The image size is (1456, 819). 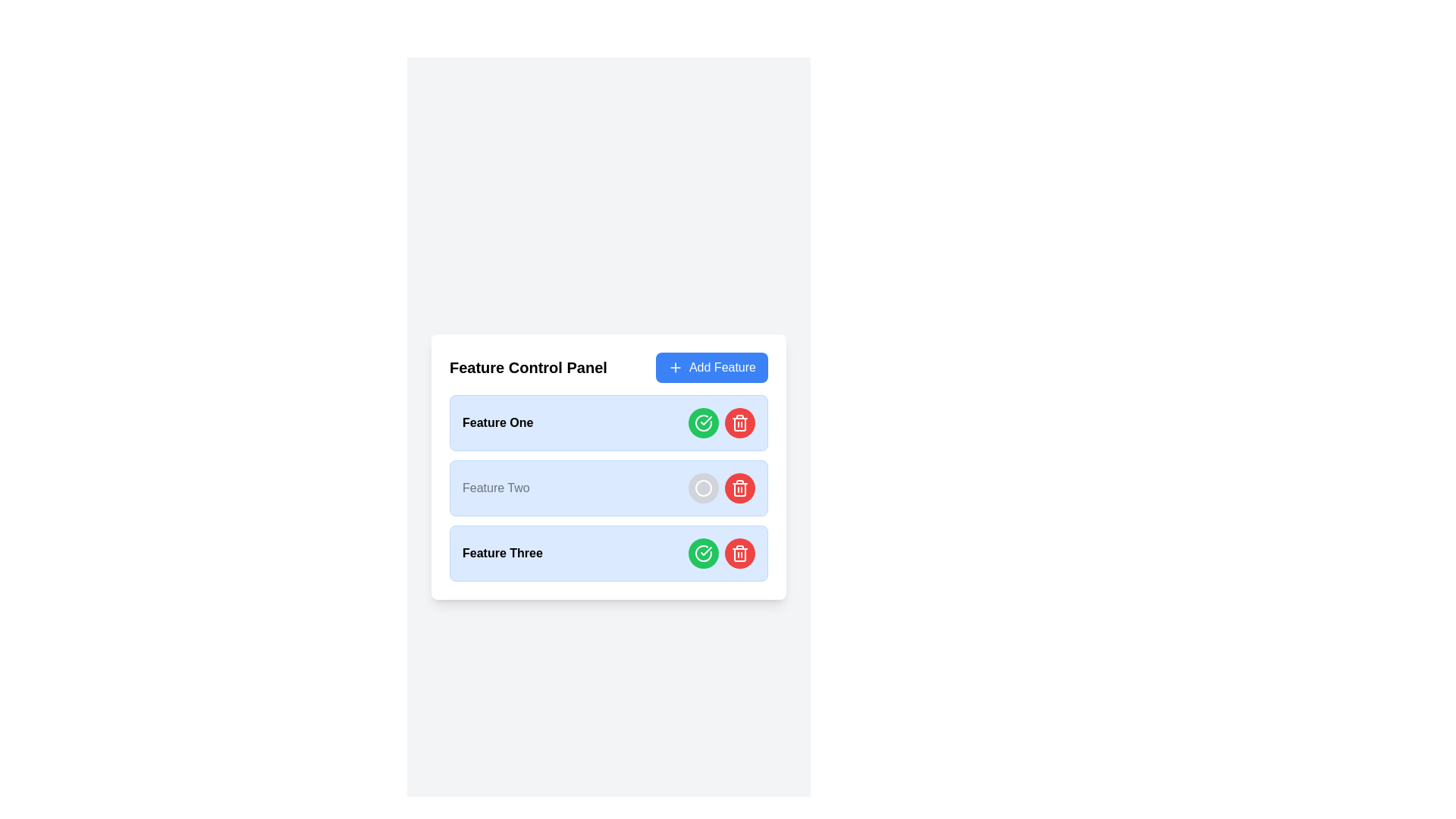 I want to click on the circular button with a green background and white checkmark icon, located in the third row of 'Feature Three', for tooltip or visual feedback, so click(x=702, y=553).